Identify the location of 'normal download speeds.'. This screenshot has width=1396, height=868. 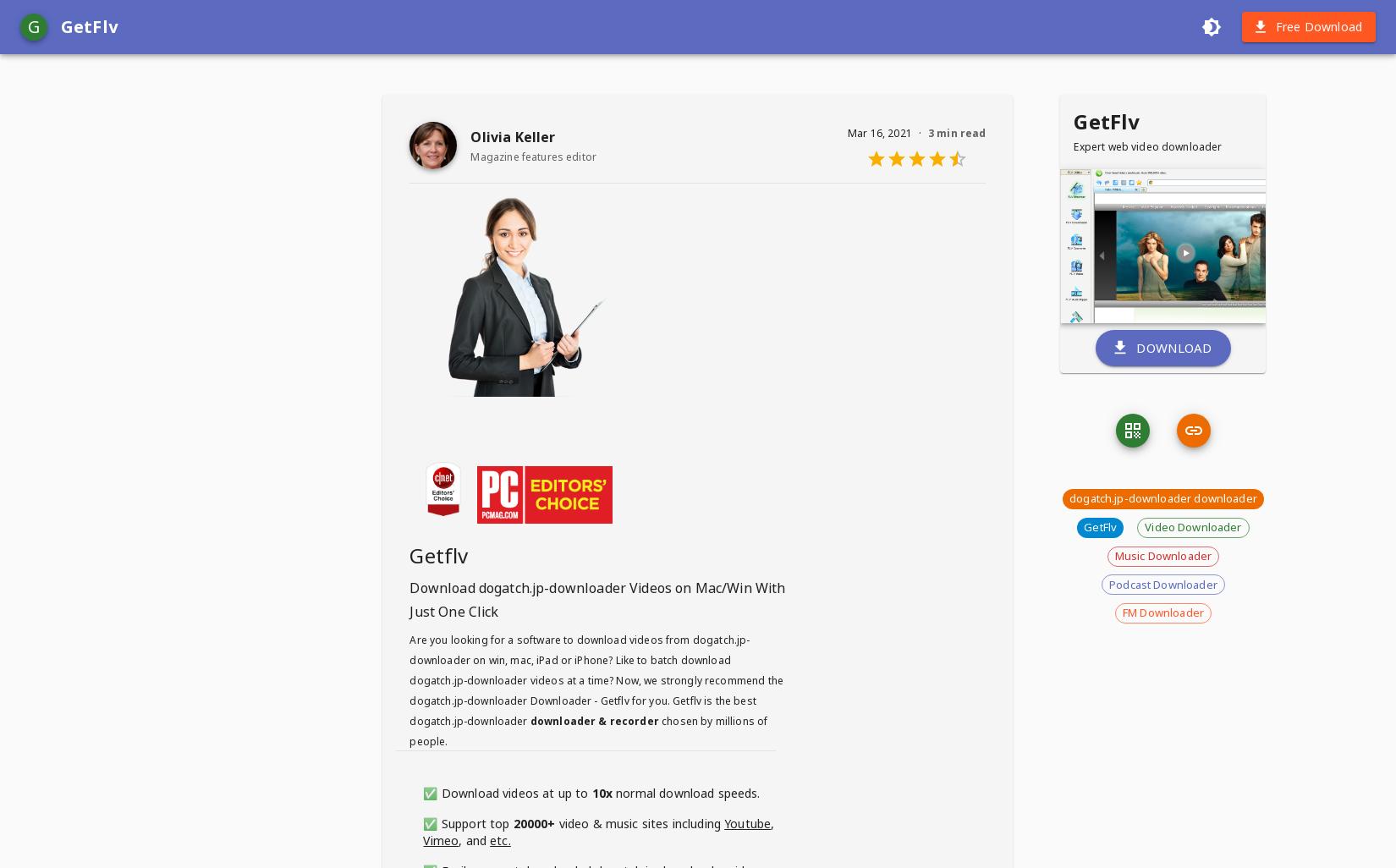
(684, 792).